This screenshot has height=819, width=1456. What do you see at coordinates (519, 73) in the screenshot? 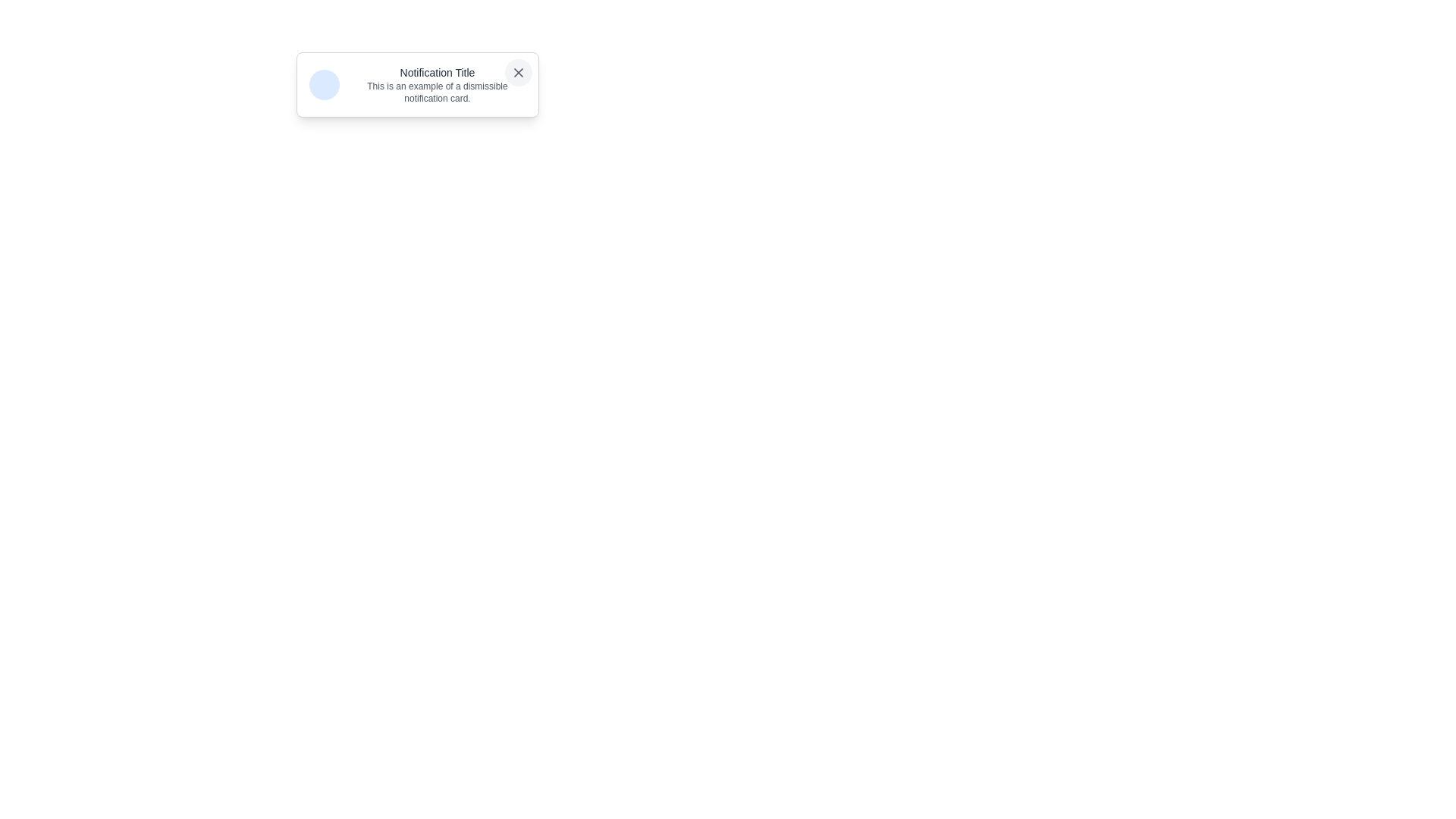
I see `the circular close button with a light gray background and an 'X' icon located at the top right corner of the notification card` at bounding box center [519, 73].